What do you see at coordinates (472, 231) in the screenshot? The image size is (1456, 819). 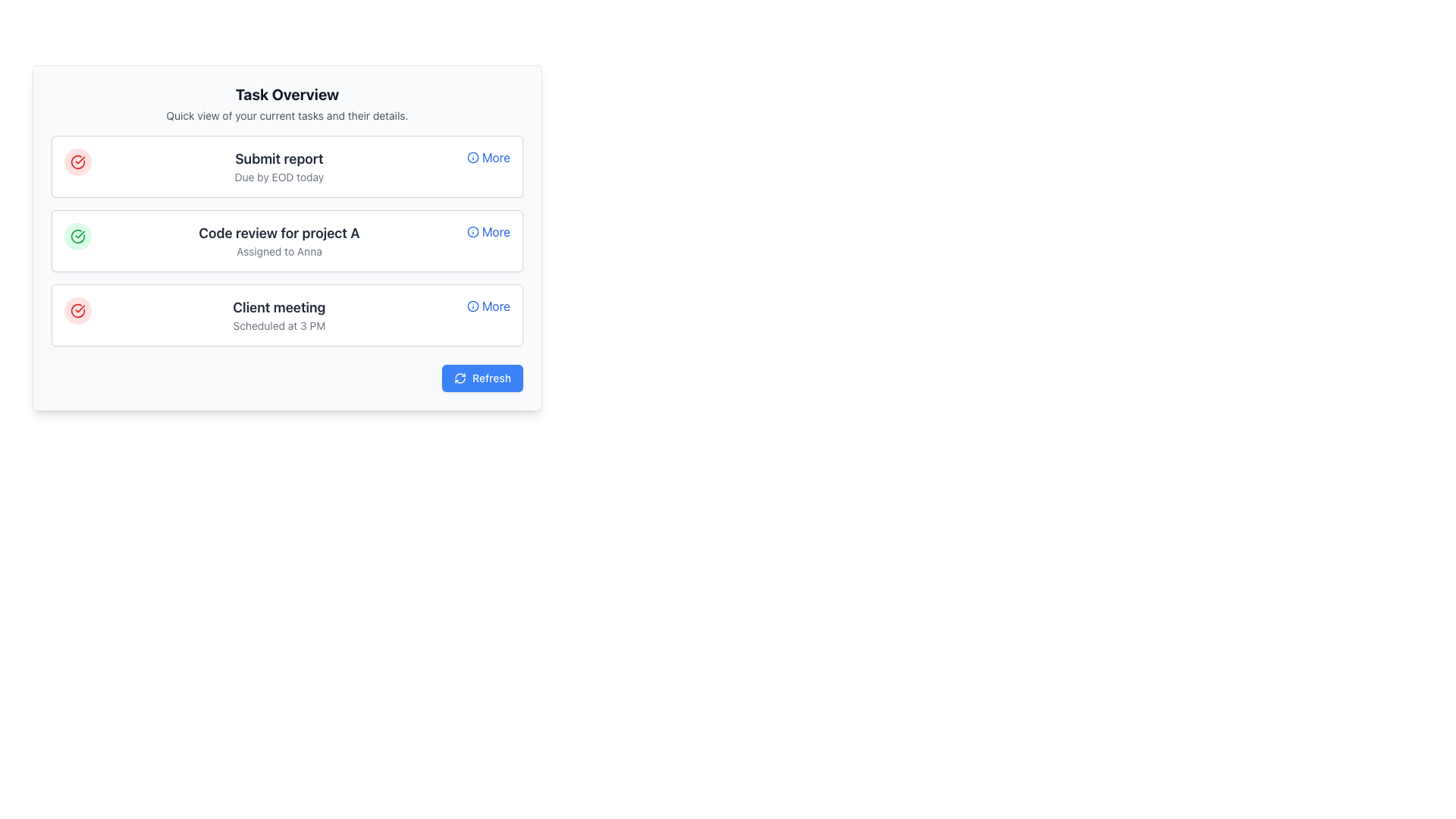 I see `the 'info' icon represented by the SVG circle near the second task item labeled 'Code review for project A'` at bounding box center [472, 231].